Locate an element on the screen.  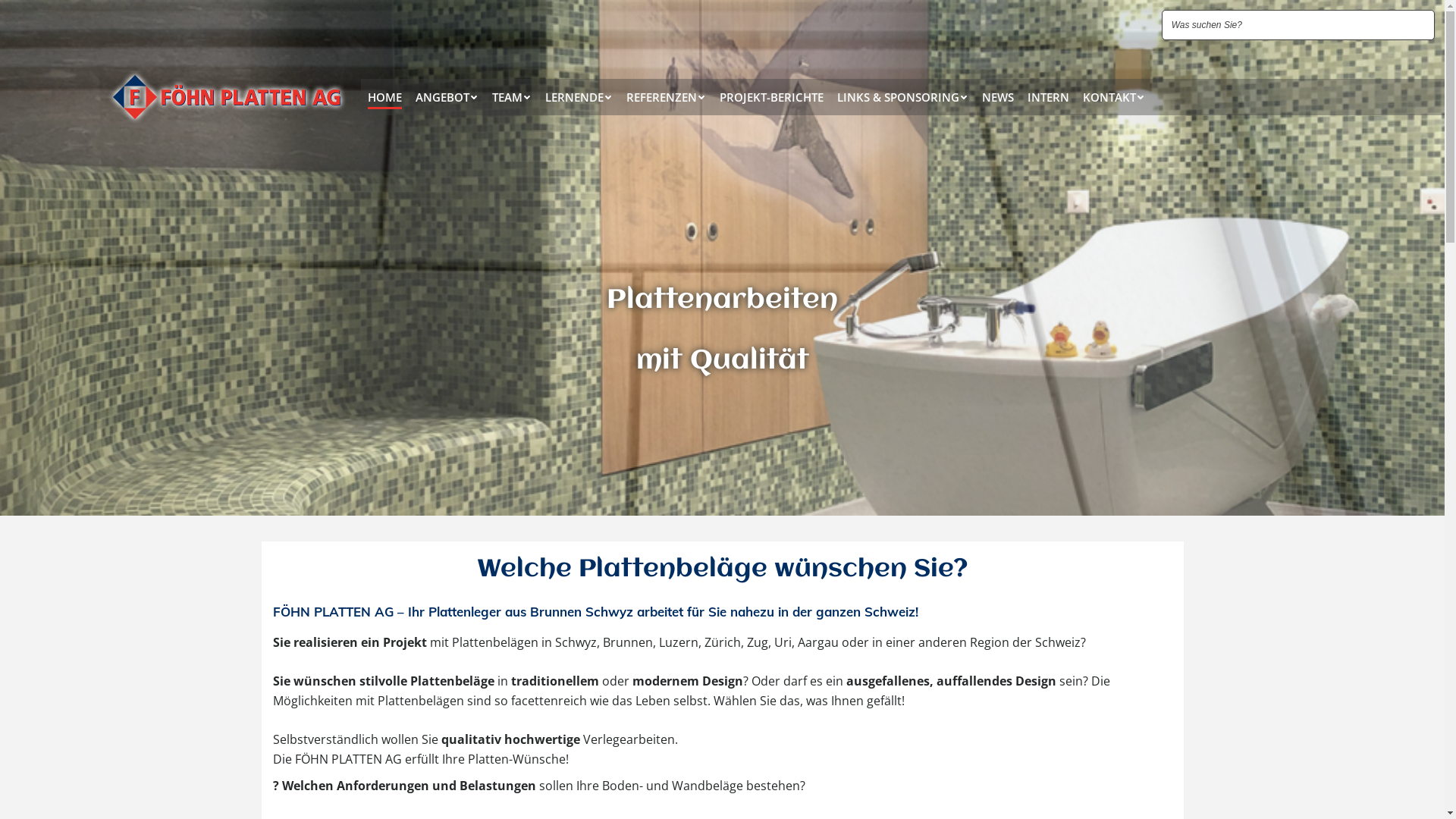
'TEAM' is located at coordinates (512, 97).